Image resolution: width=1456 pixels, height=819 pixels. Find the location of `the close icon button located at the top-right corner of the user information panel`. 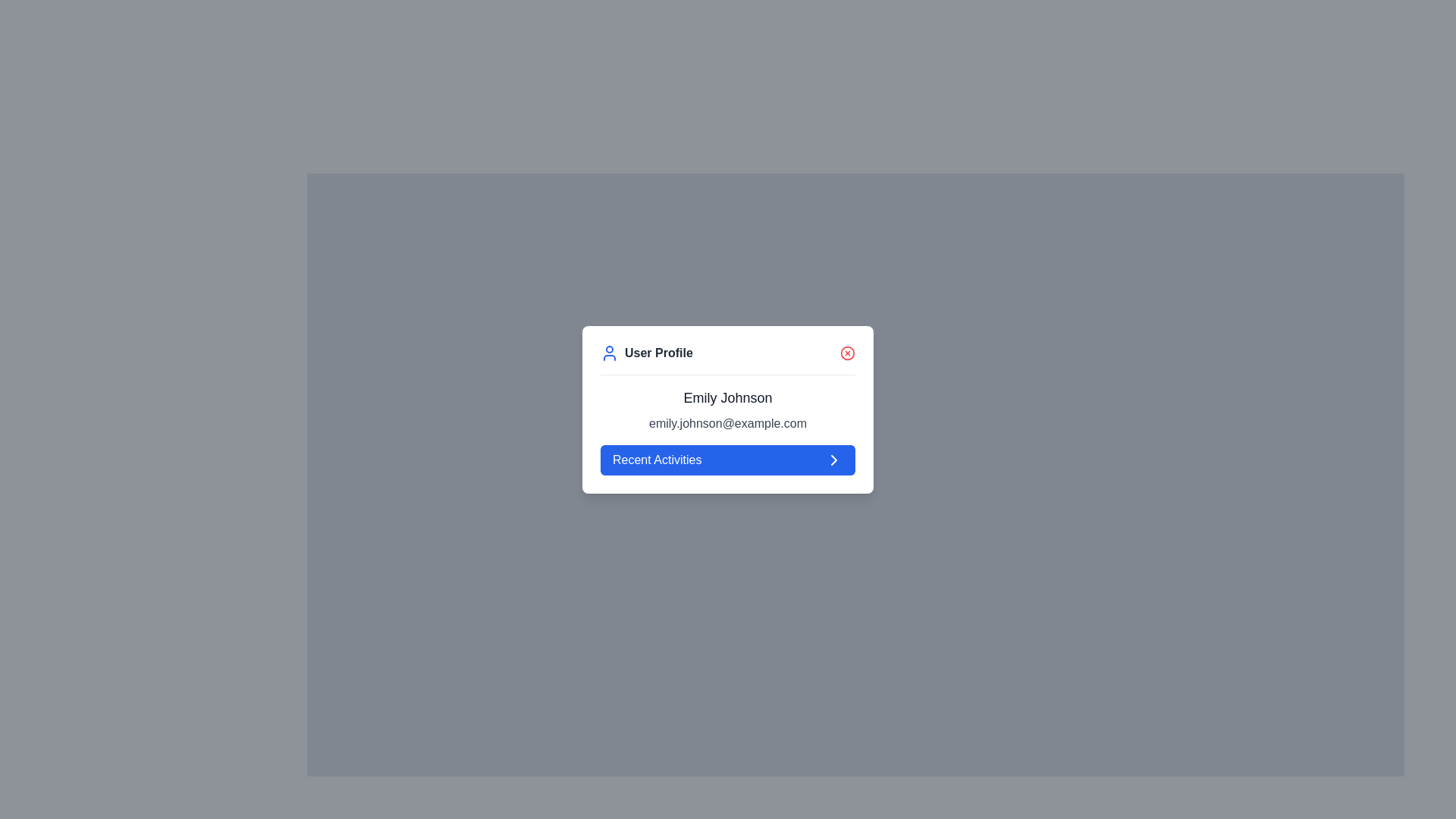

the close icon button located at the top-right corner of the user information panel is located at coordinates (847, 353).